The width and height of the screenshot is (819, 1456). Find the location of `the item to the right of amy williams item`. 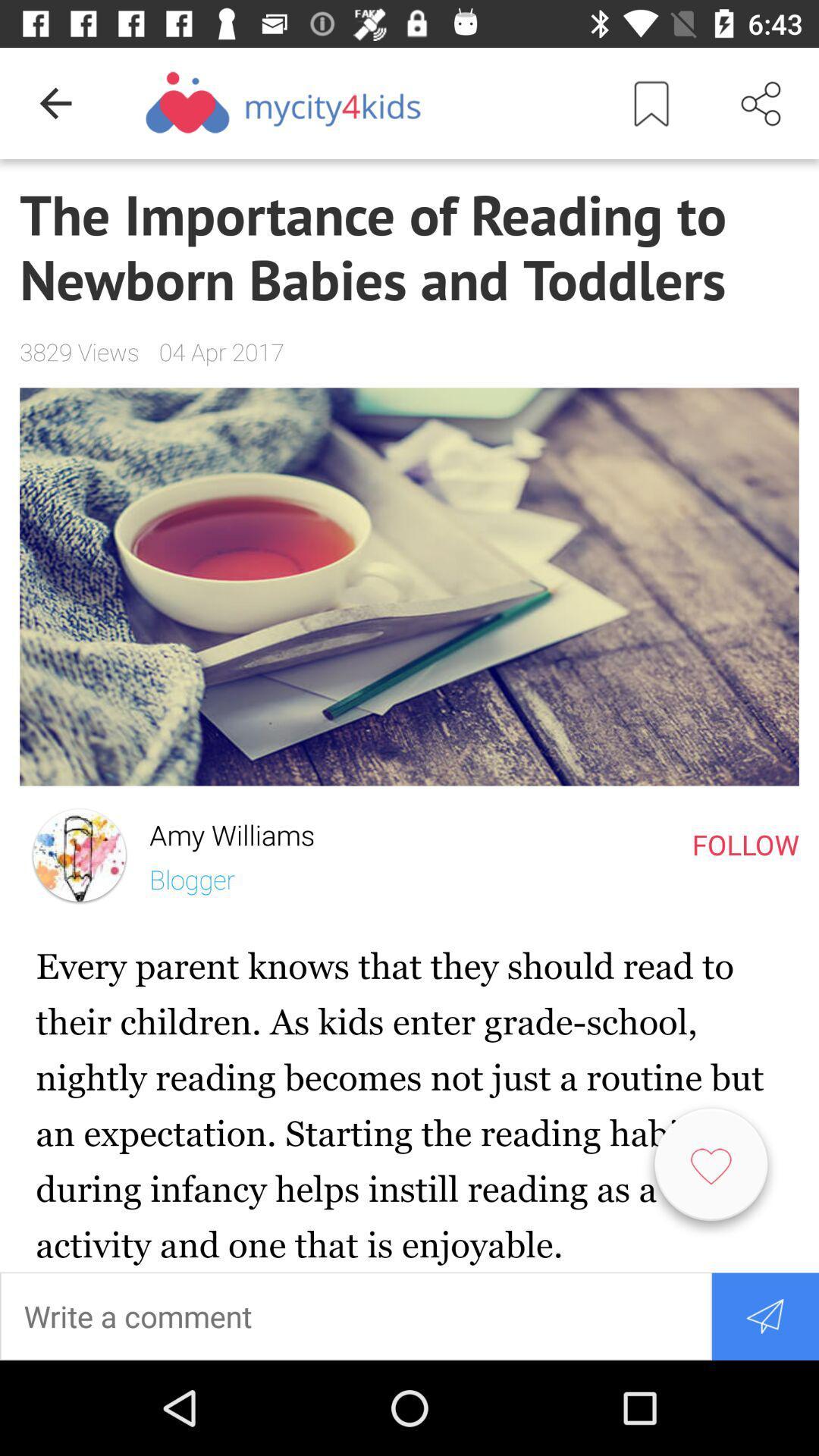

the item to the right of amy williams item is located at coordinates (745, 843).